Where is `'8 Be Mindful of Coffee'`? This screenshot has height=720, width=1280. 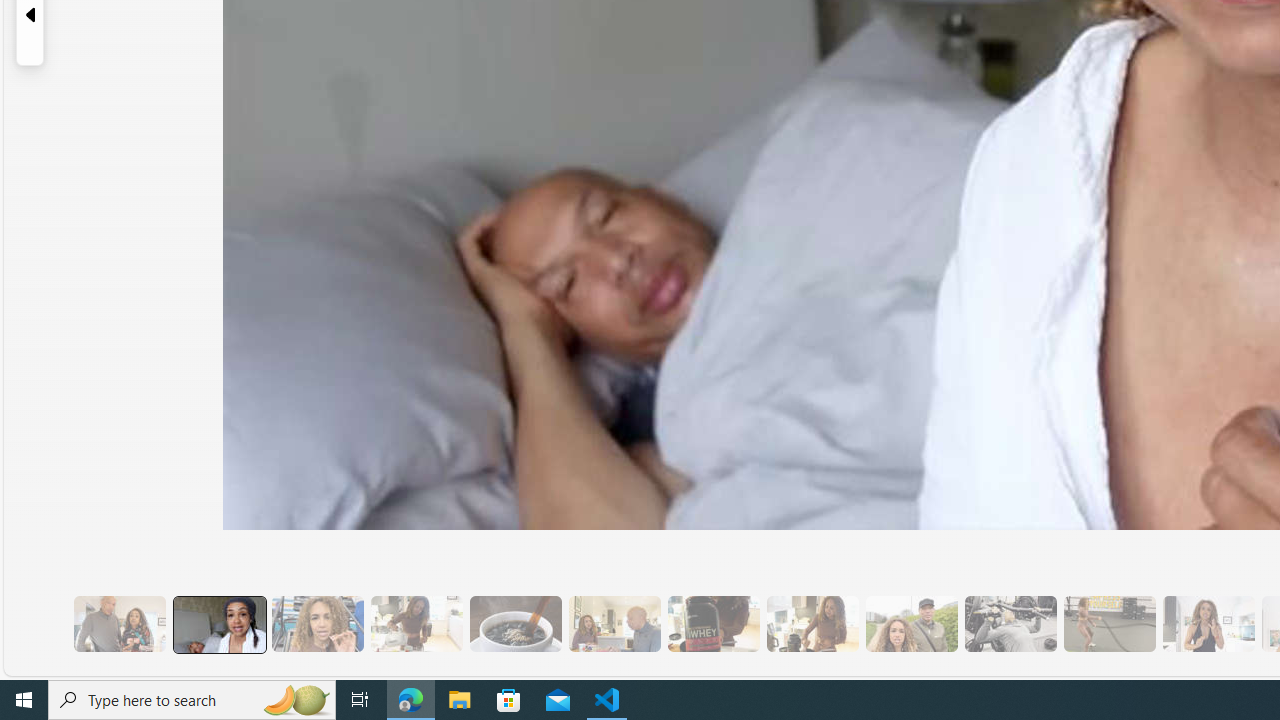 '8 Be Mindful of Coffee' is located at coordinates (515, 623).